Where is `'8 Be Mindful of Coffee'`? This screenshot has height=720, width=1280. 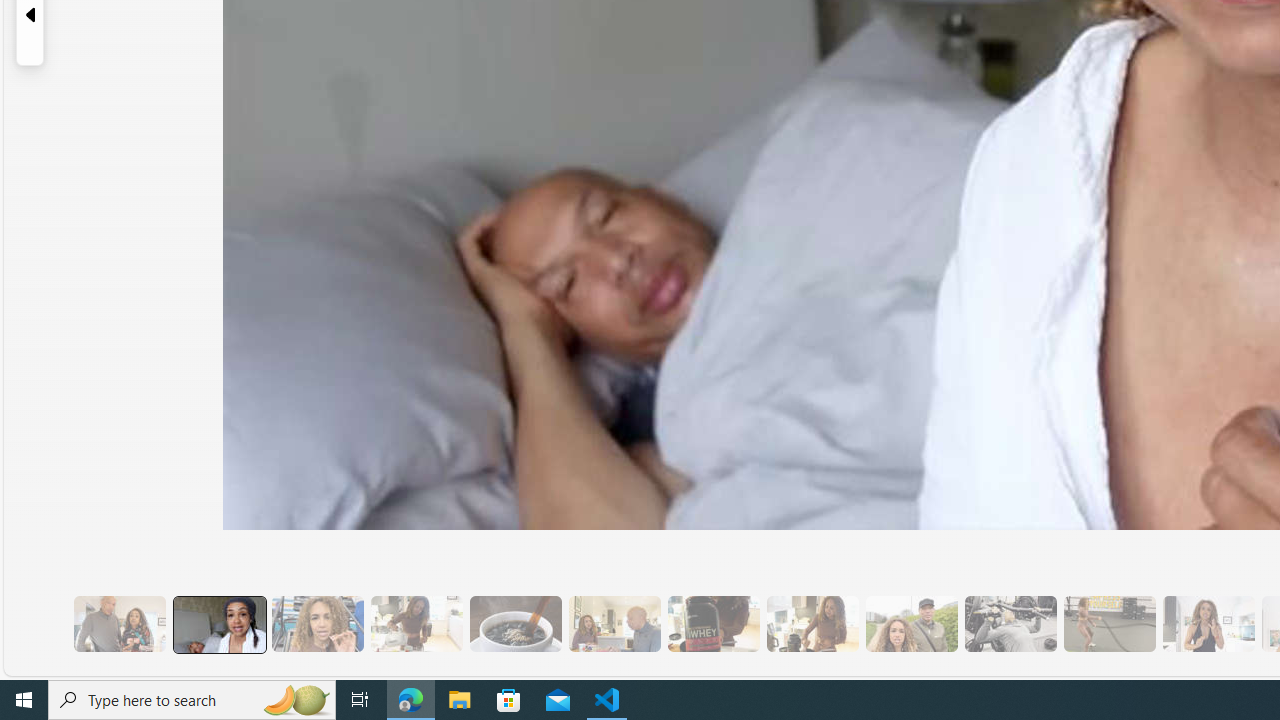 '8 Be Mindful of Coffee' is located at coordinates (515, 623).